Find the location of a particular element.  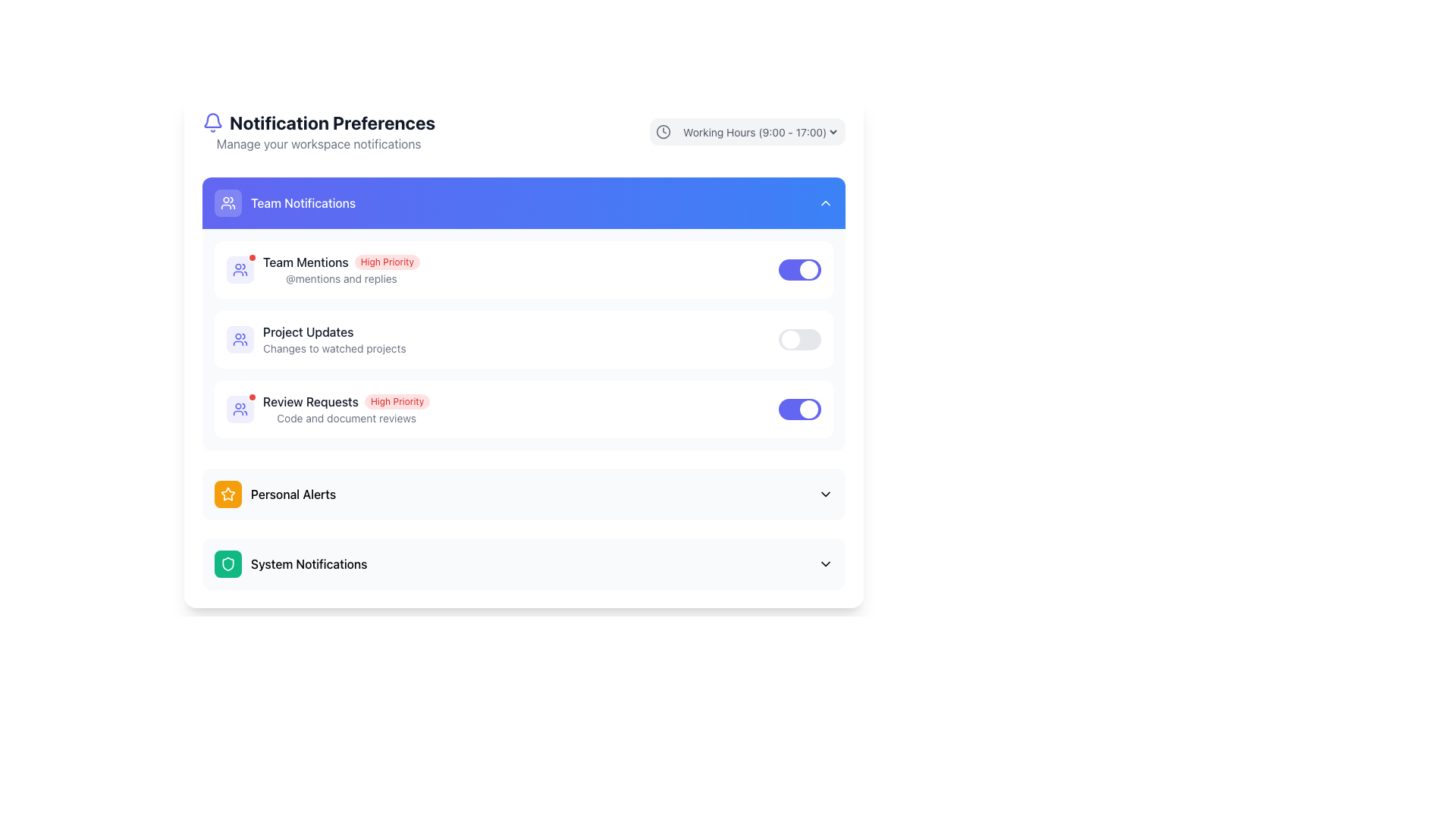

the Chevron icon used for toggling the expansion and collapse of the Team Notifications section is located at coordinates (825, 202).